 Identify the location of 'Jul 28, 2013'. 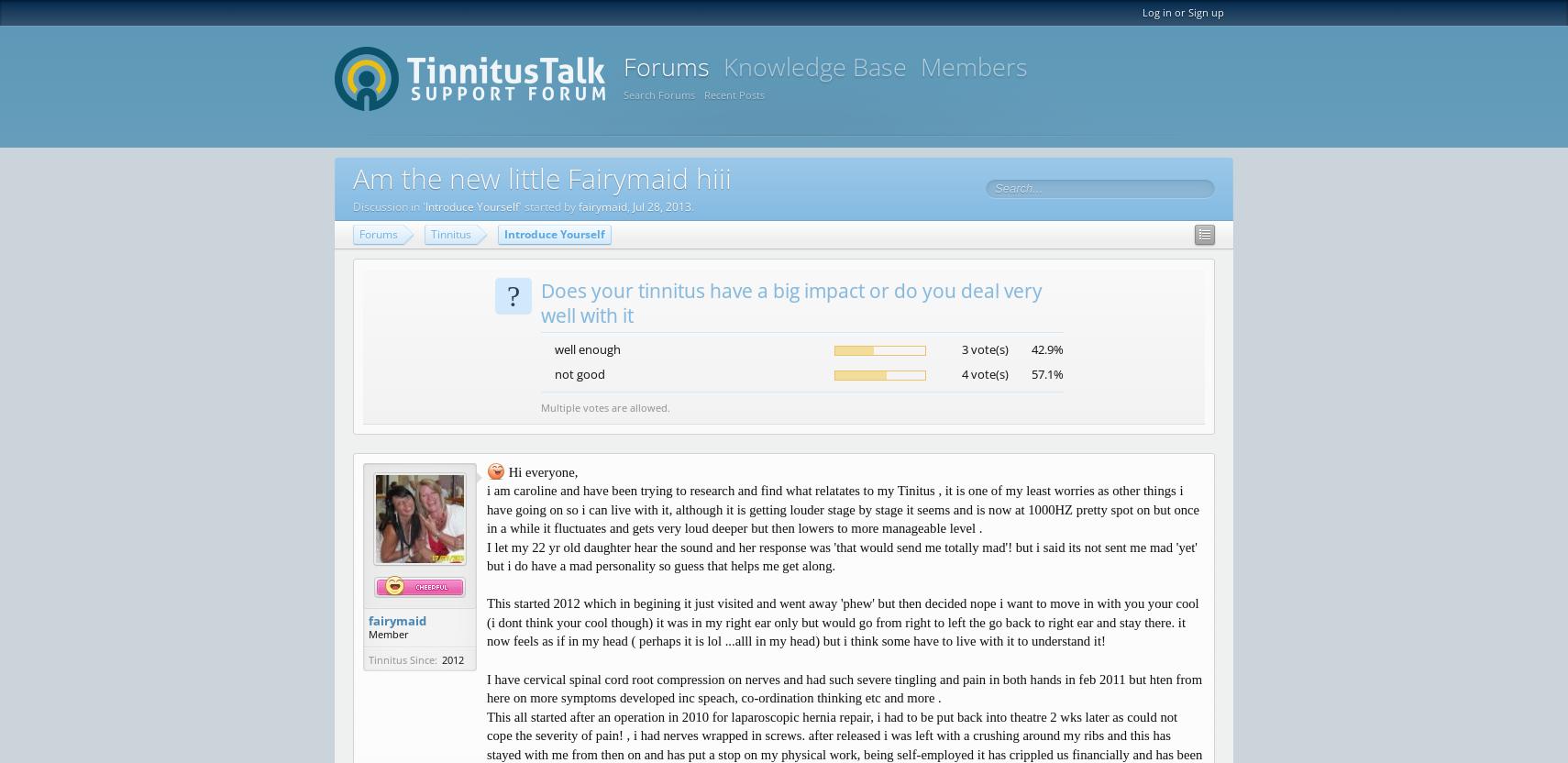
(661, 206).